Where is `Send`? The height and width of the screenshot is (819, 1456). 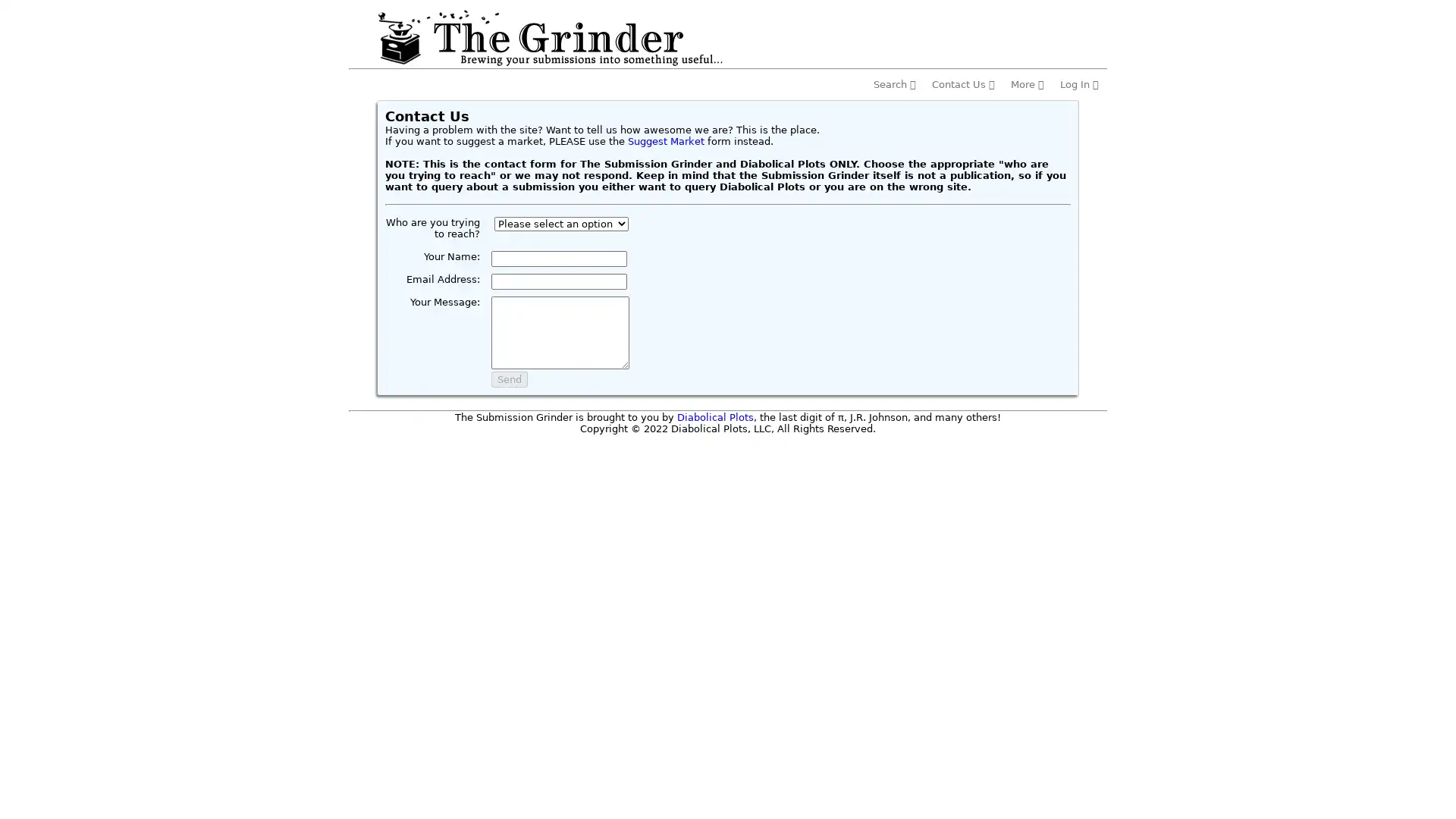
Send is located at coordinates (509, 378).